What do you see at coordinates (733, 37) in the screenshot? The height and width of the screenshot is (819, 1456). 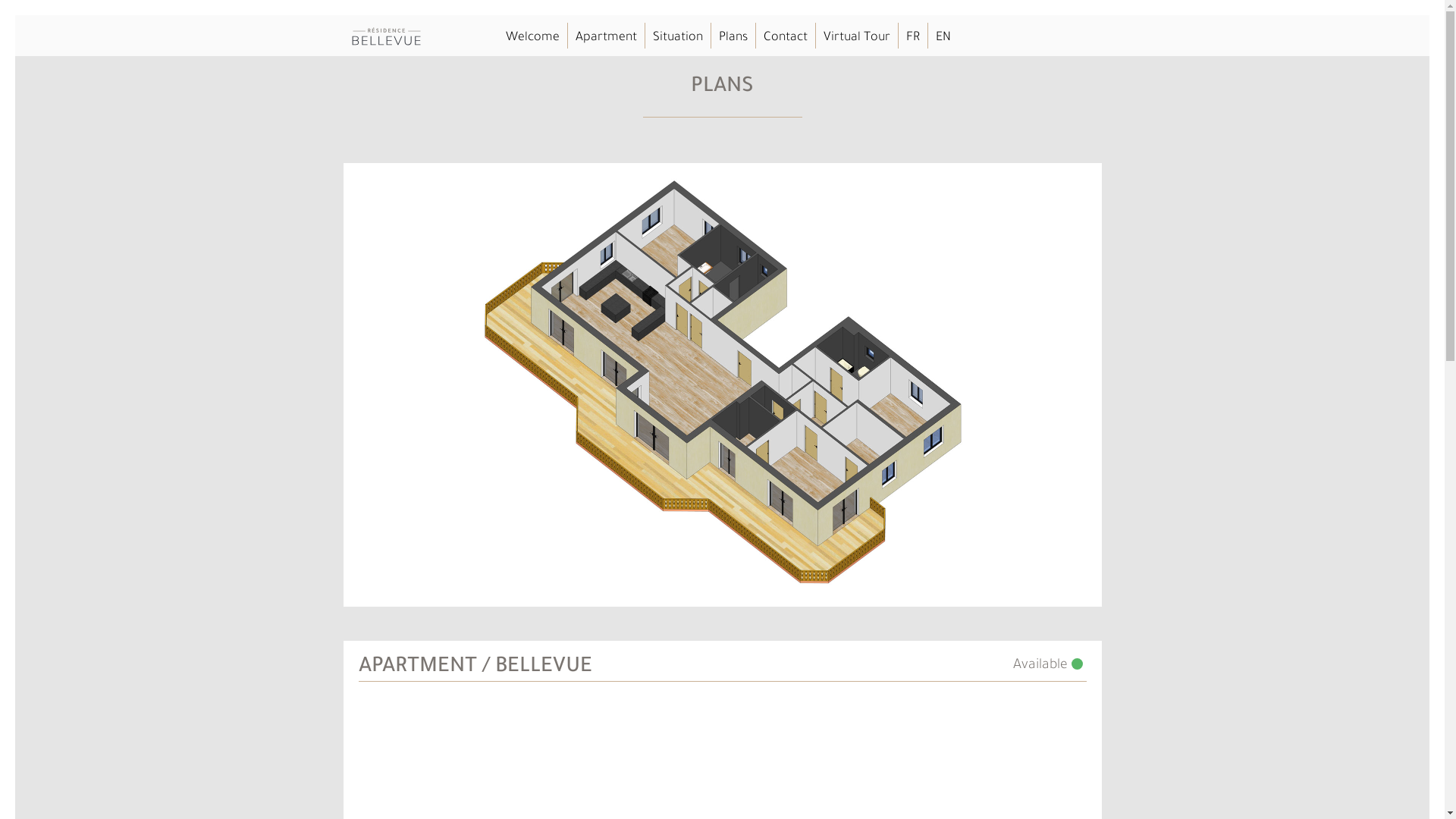 I see `'Plans'` at bounding box center [733, 37].